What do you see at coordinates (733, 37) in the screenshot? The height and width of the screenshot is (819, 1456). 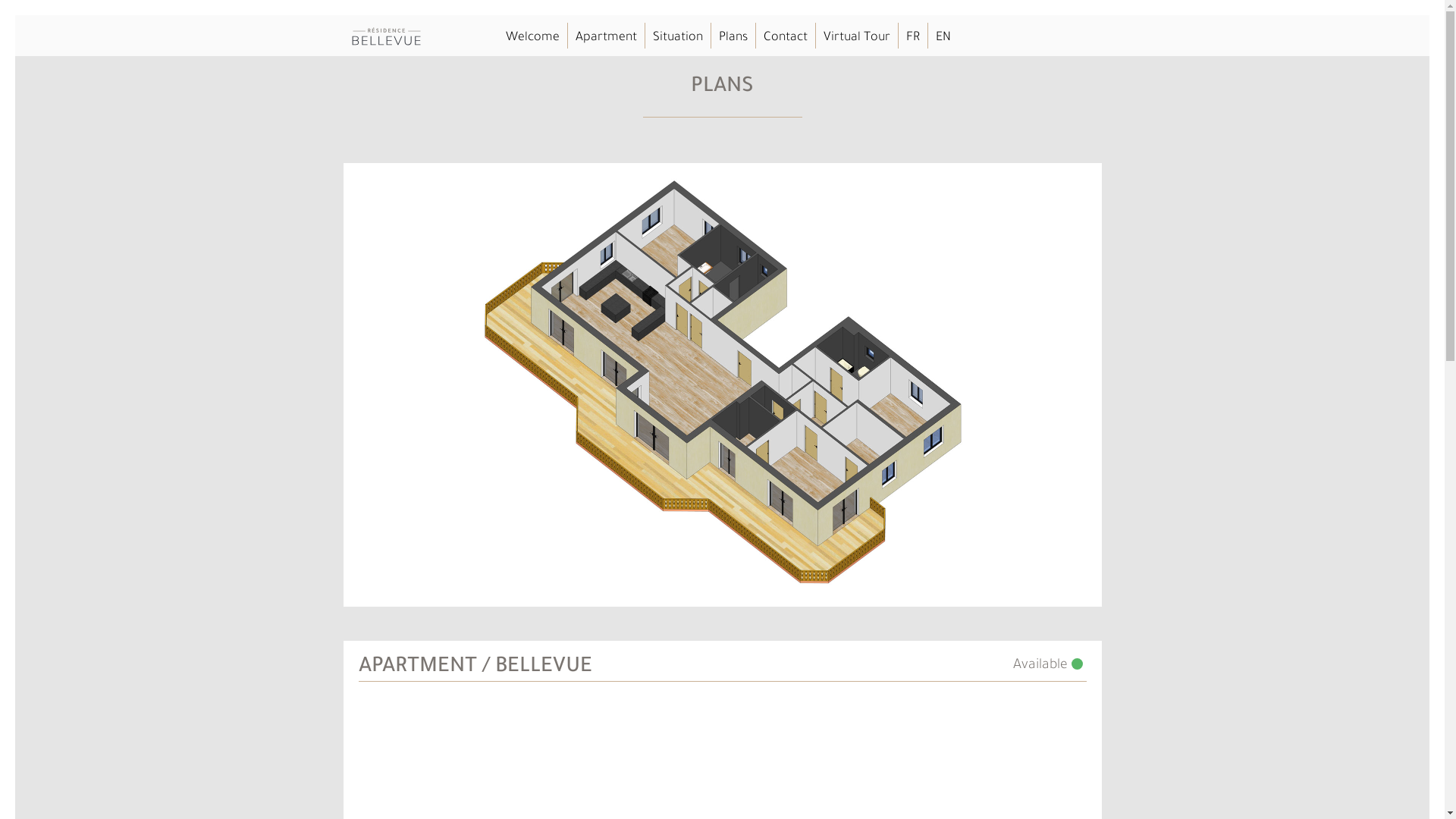 I see `'Plans'` at bounding box center [733, 37].